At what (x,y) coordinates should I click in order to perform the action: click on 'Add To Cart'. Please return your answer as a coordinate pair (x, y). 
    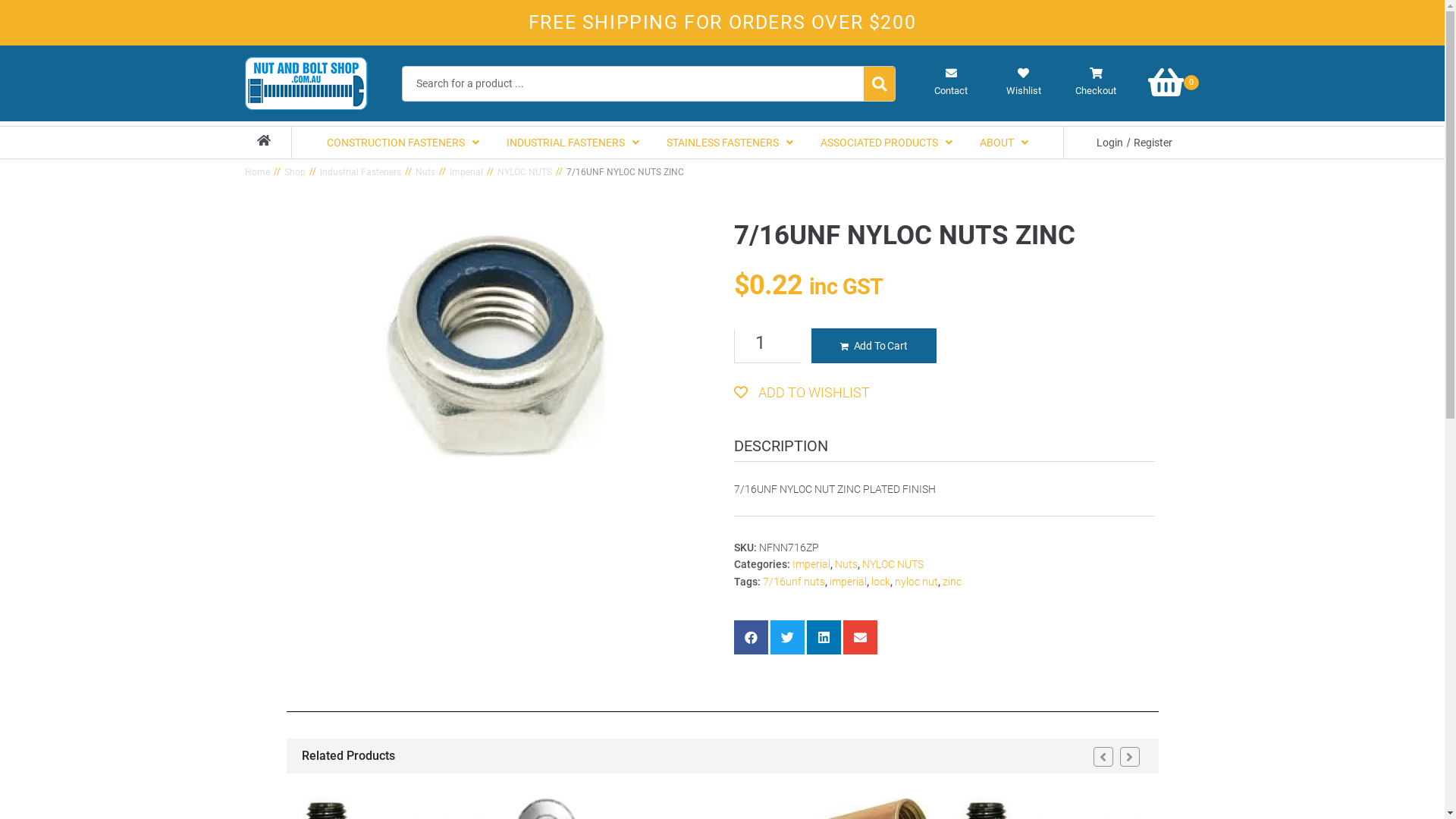
    Looking at the image, I should click on (874, 345).